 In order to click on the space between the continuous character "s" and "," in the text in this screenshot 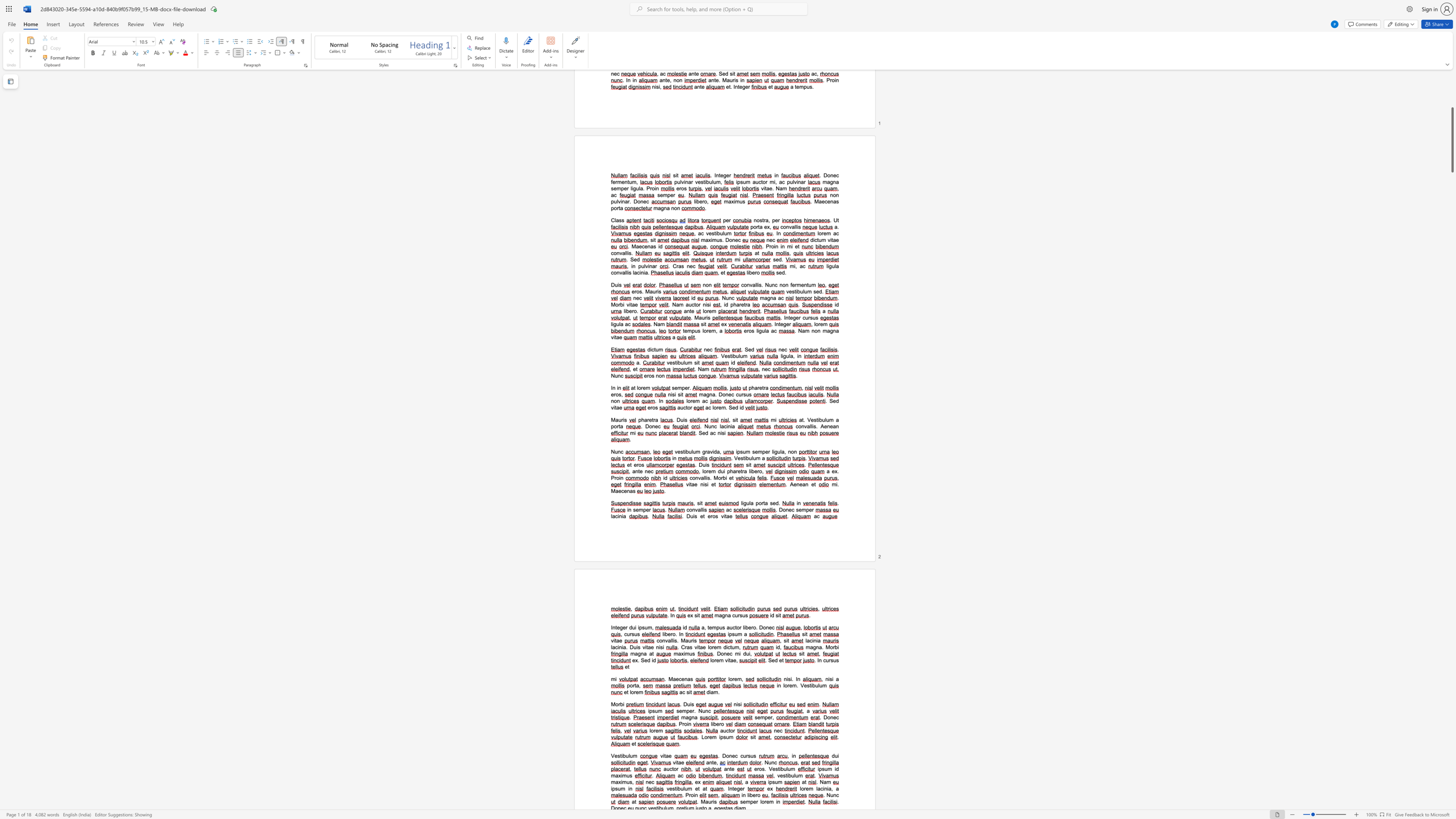, I will do `click(632, 782)`.